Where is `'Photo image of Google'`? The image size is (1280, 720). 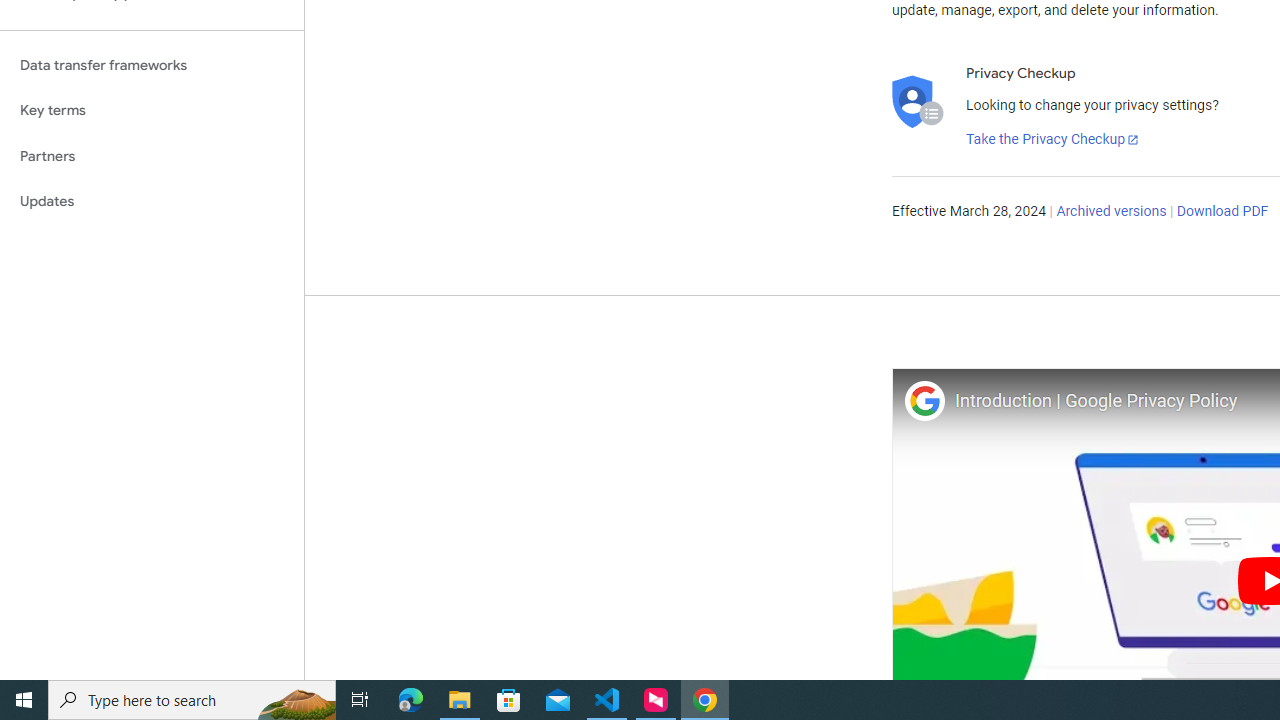
'Photo image of Google' is located at coordinates (923, 400).